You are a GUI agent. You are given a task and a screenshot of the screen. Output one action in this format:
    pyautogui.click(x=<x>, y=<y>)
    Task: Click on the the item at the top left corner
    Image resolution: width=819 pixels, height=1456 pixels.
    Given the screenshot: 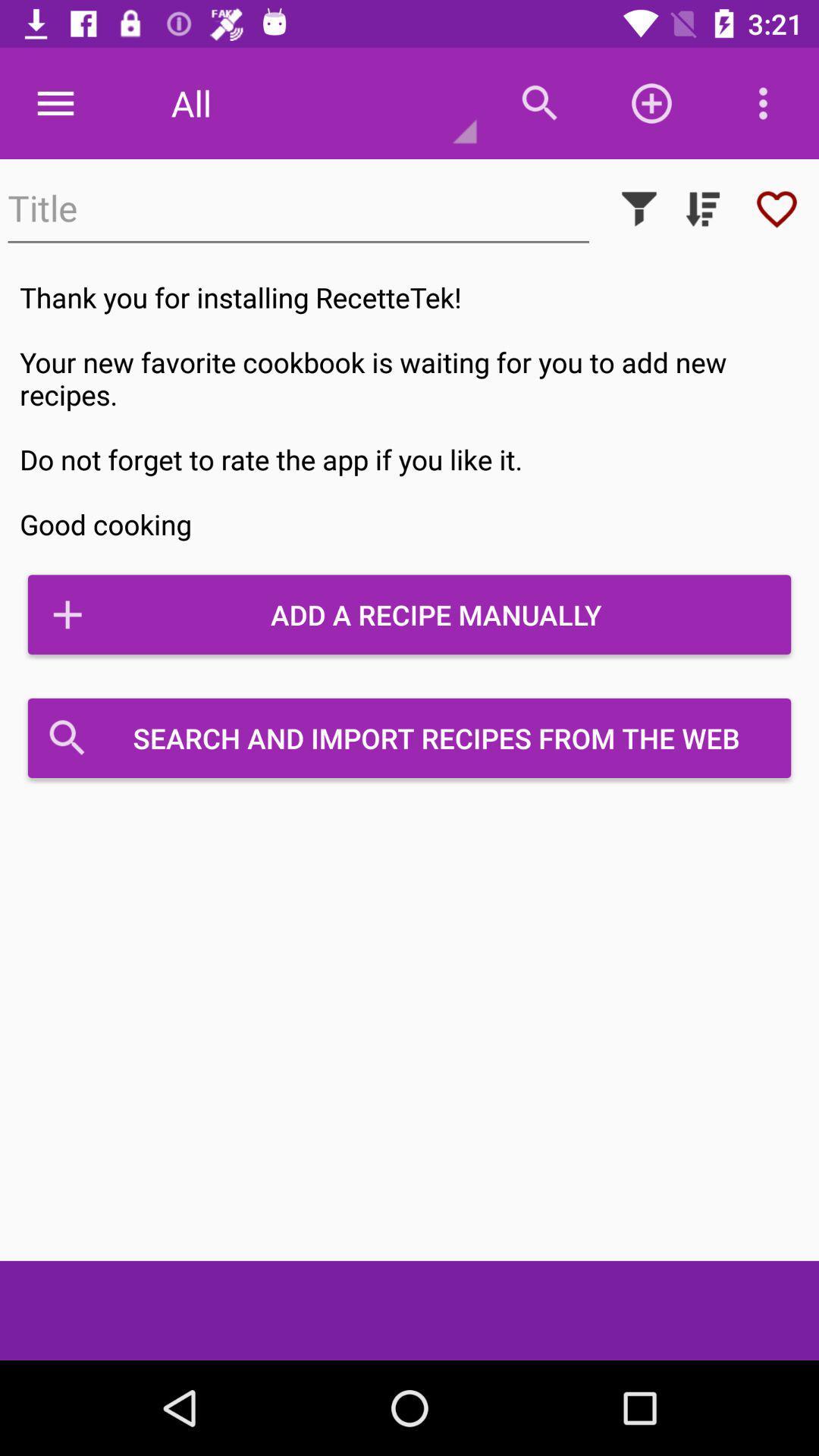 What is the action you would take?
    pyautogui.click(x=55, y=102)
    